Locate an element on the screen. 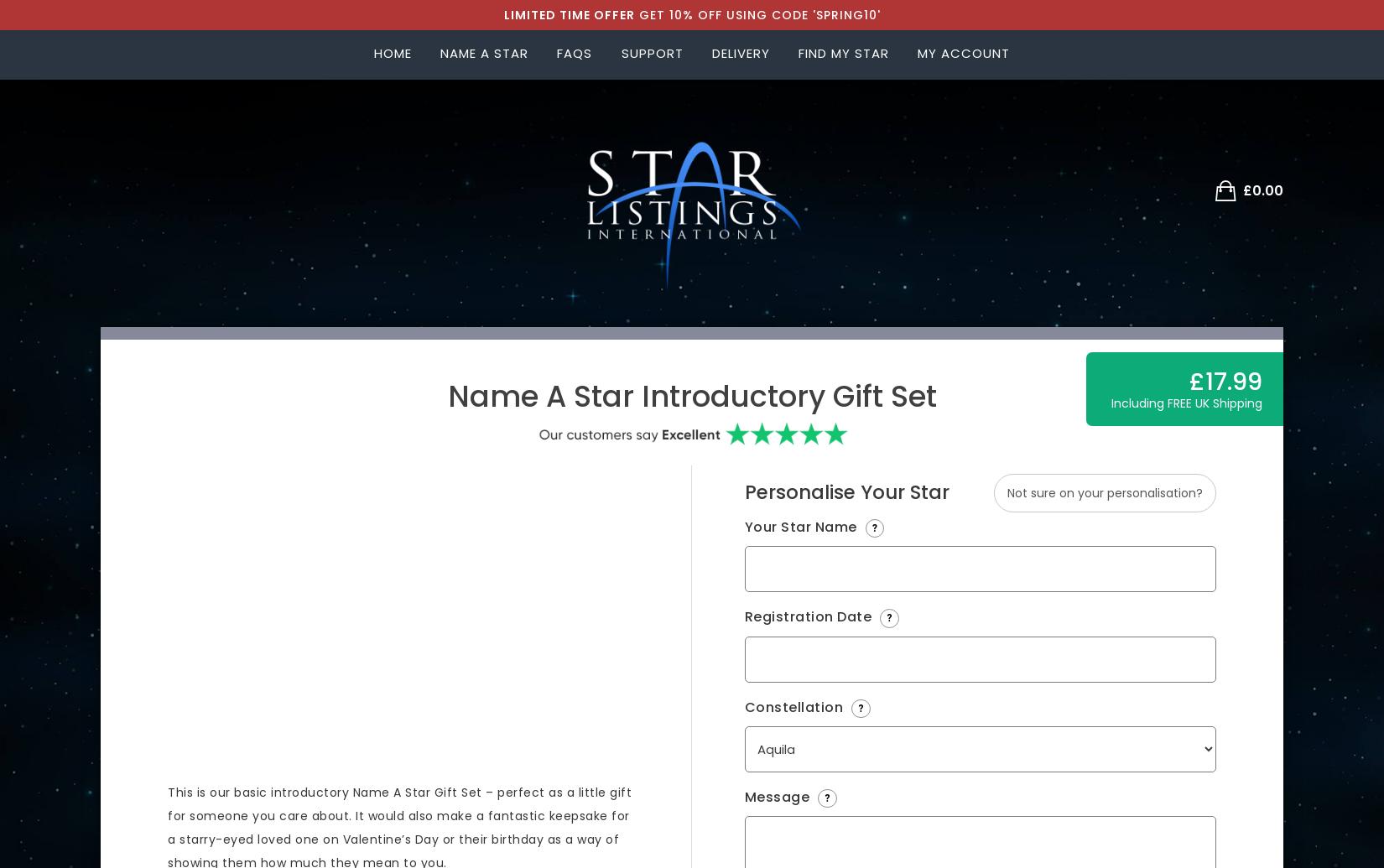  'name a star' is located at coordinates (482, 53).